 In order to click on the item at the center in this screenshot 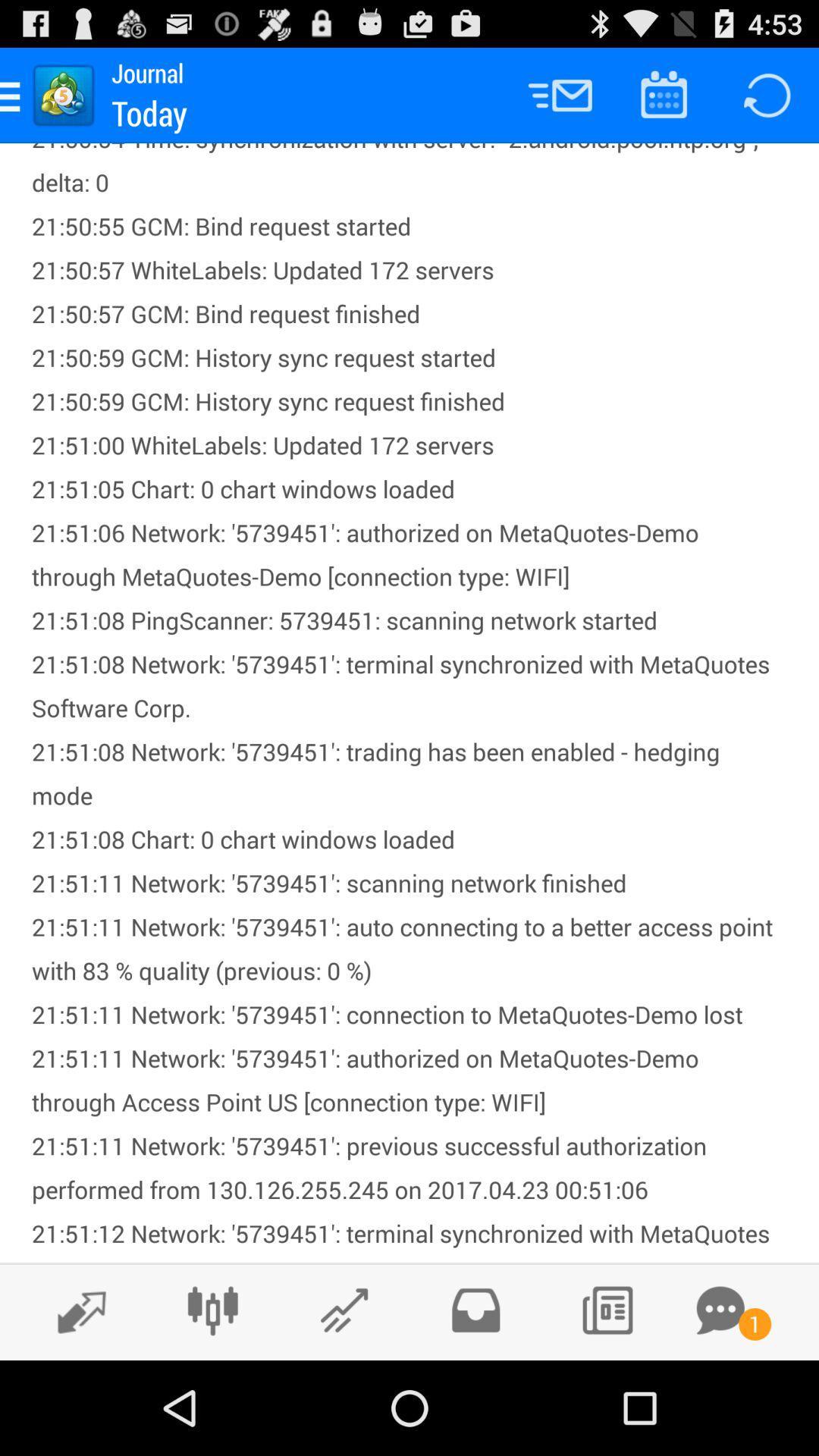, I will do `click(409, 701)`.